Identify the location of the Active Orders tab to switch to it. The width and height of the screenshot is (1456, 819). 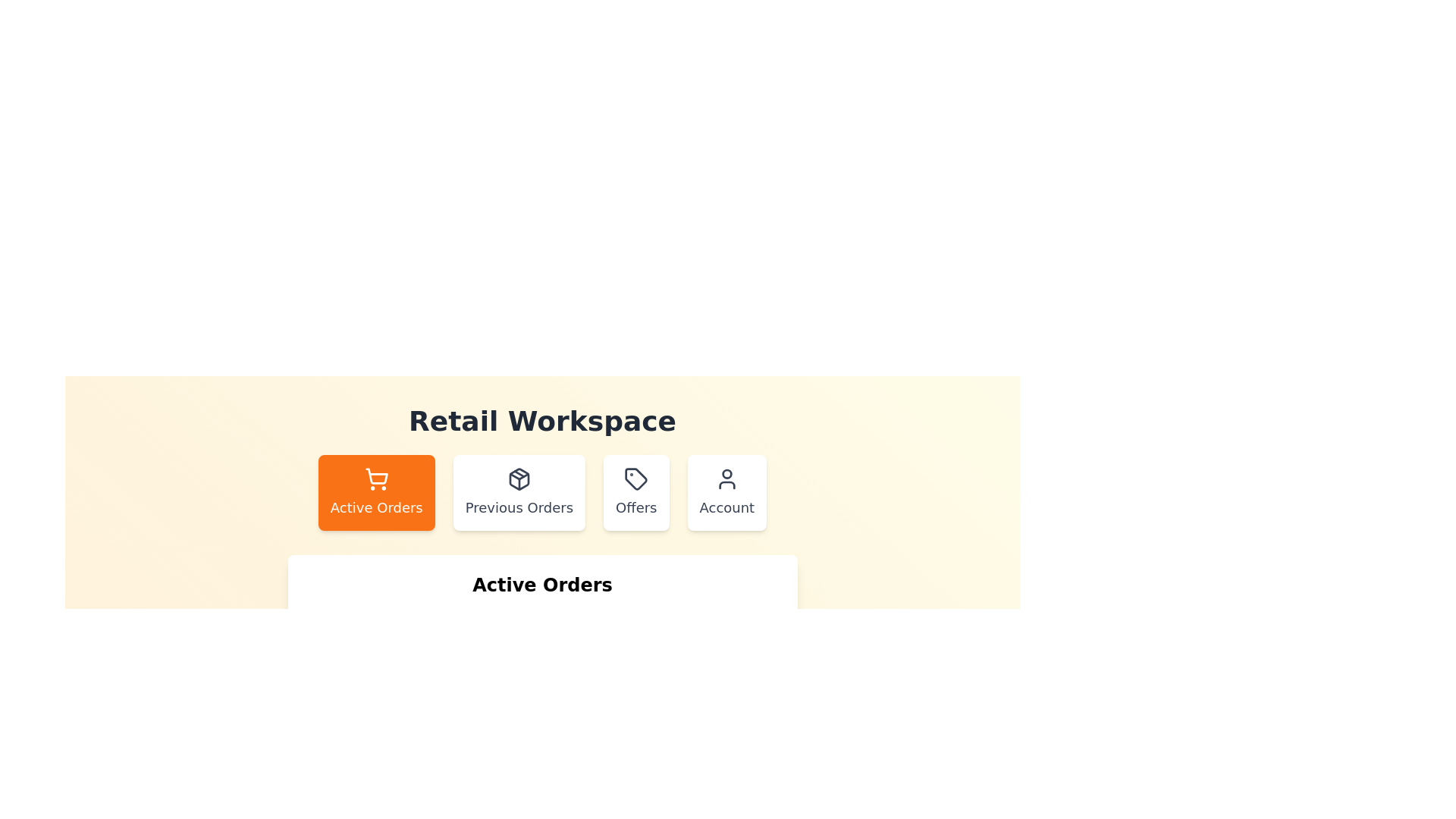
(376, 493).